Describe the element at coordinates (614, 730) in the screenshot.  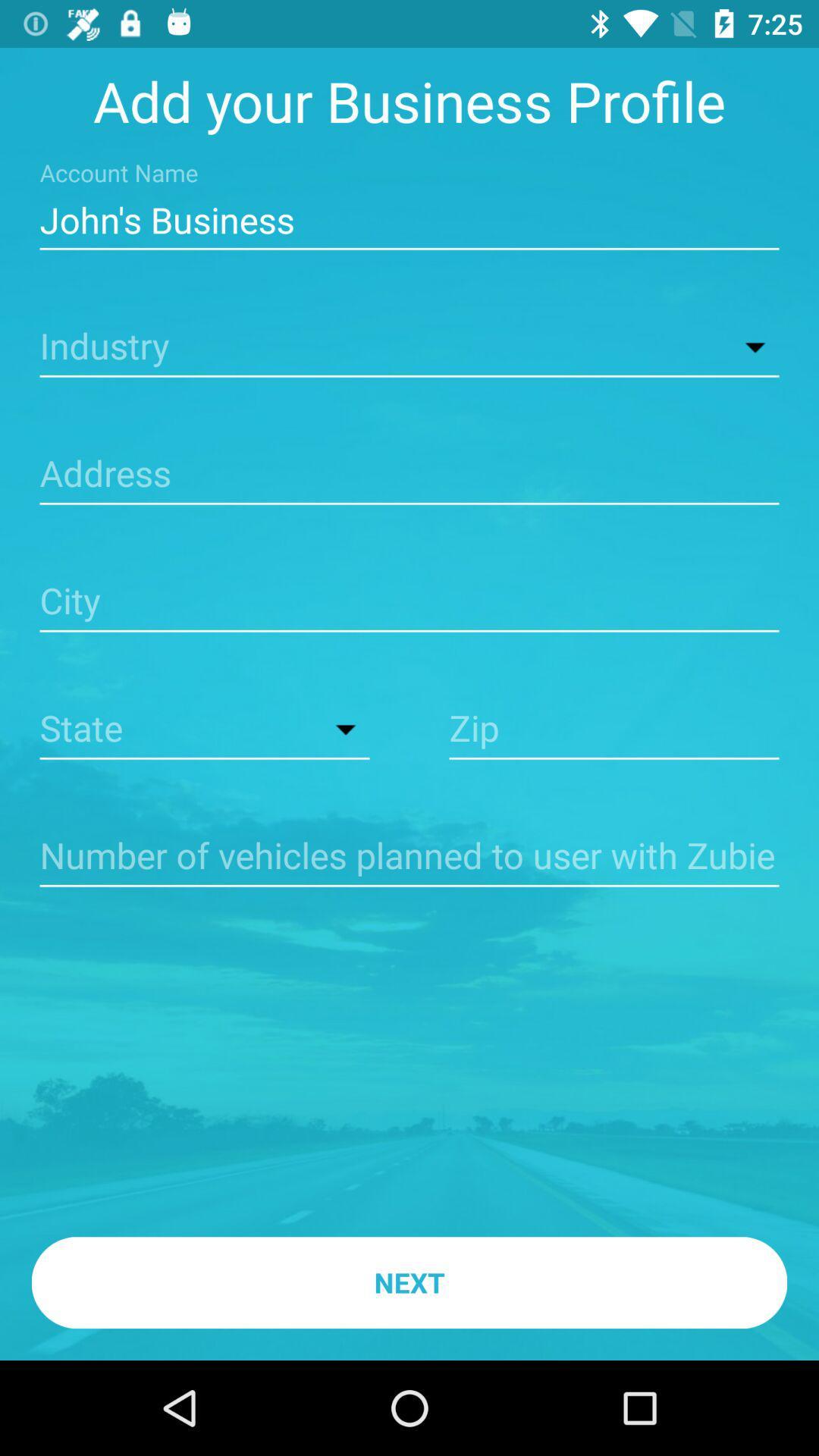
I see `zip code` at that location.